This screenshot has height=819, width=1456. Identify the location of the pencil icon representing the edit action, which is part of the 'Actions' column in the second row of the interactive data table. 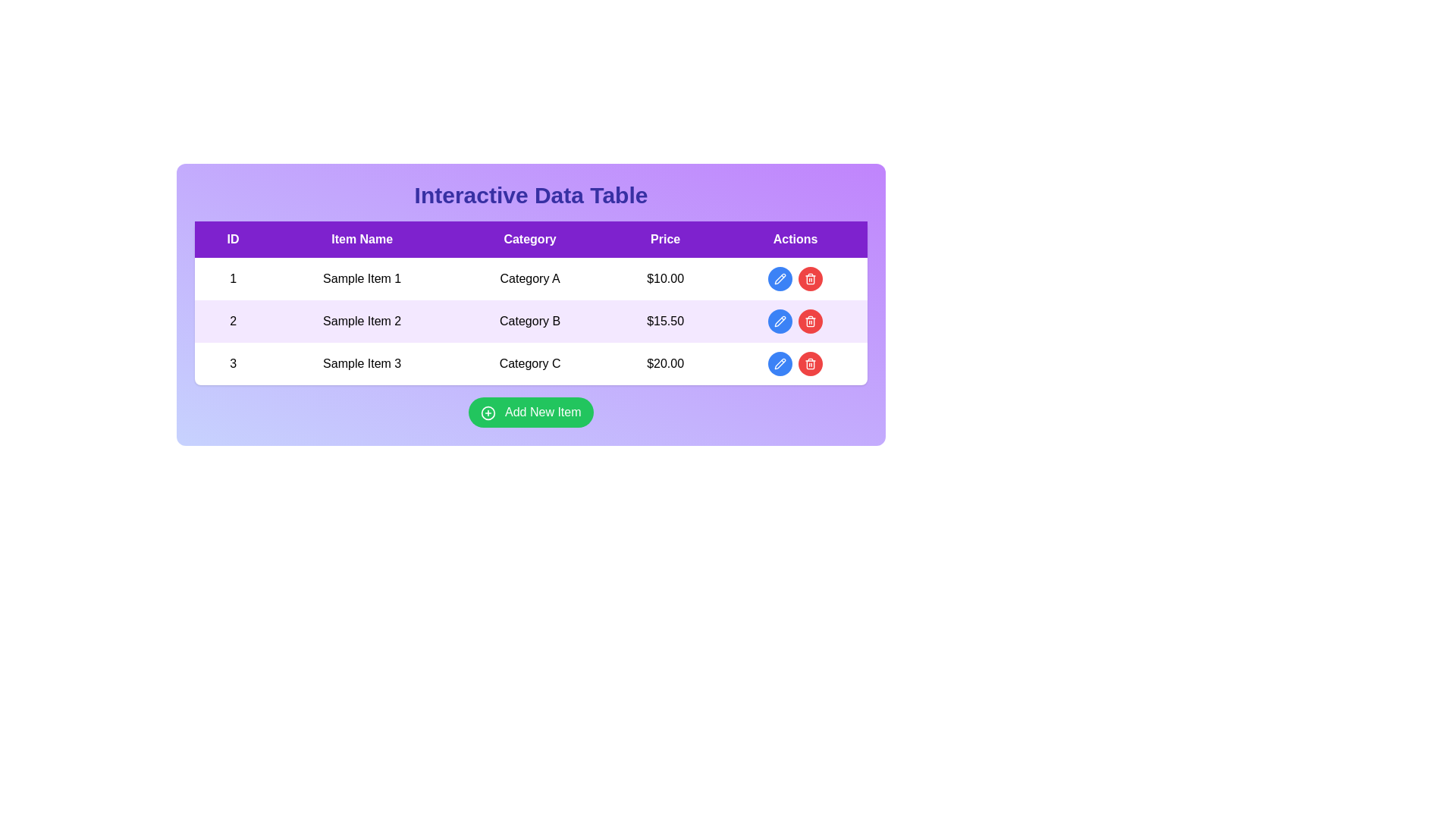
(780, 321).